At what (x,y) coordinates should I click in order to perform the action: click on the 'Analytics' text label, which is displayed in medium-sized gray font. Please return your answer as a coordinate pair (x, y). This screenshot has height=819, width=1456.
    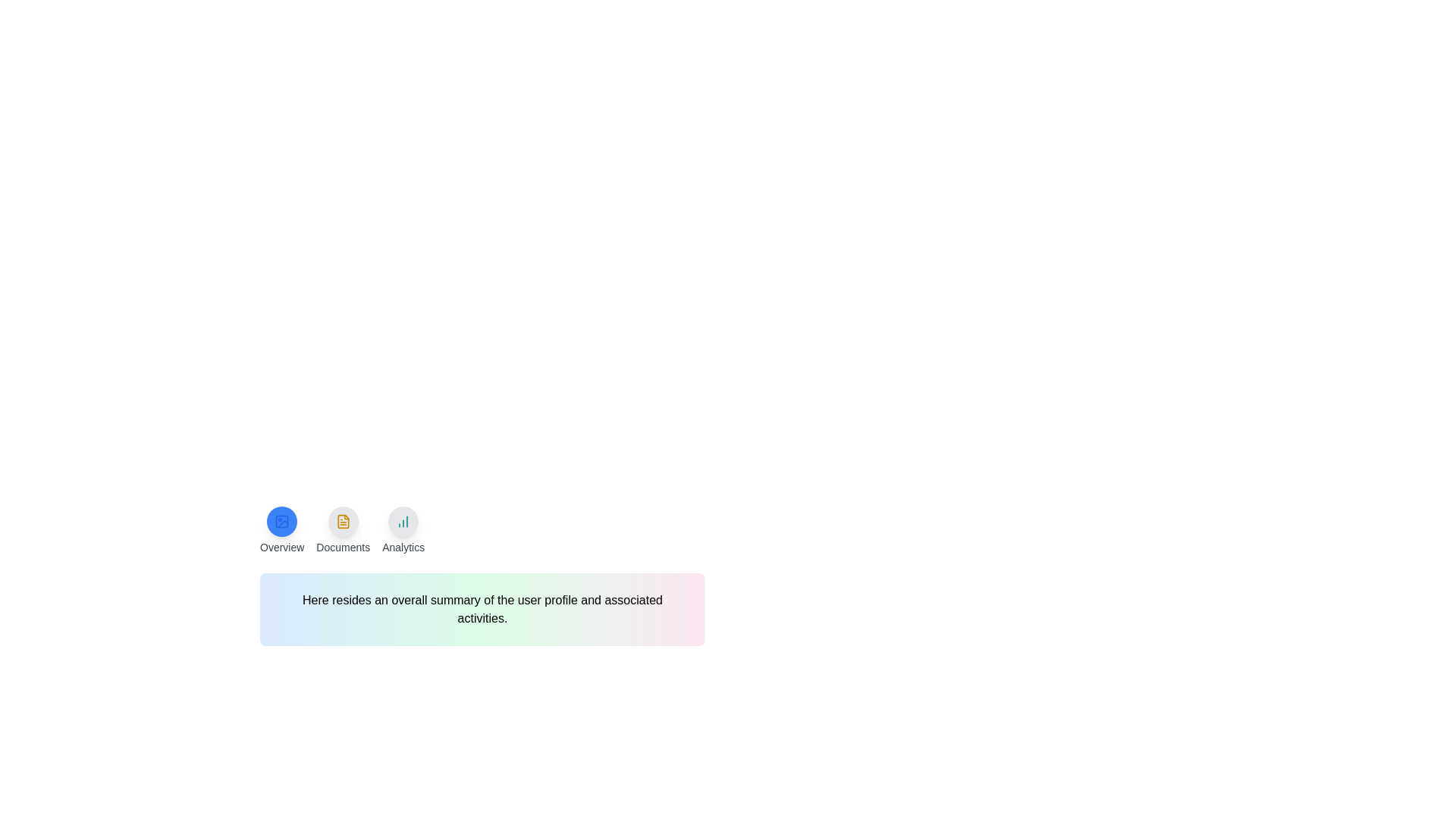
    Looking at the image, I should click on (403, 547).